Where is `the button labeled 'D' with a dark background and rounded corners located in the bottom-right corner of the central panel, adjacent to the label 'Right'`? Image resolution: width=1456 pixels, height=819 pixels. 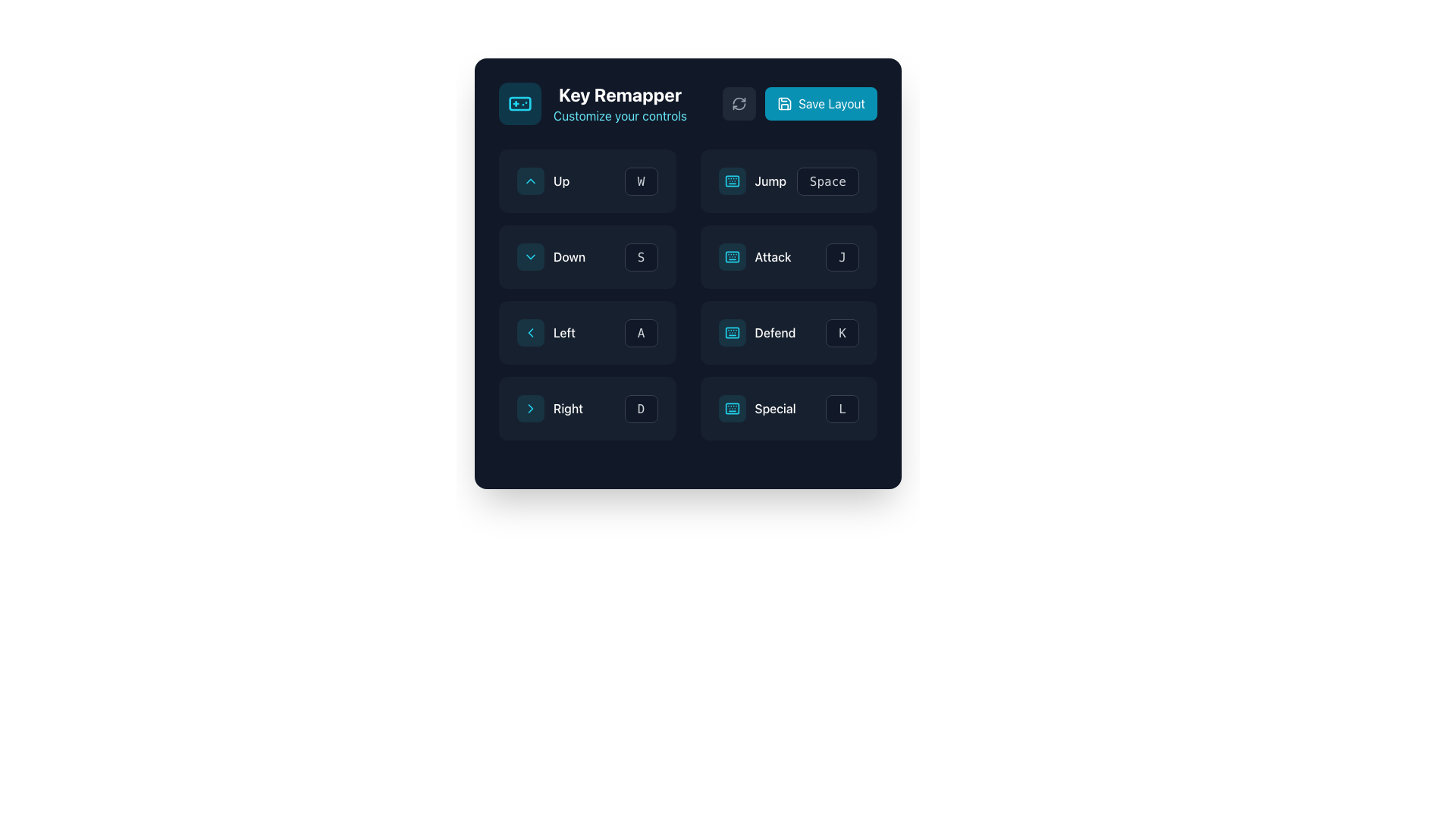 the button labeled 'D' with a dark background and rounded corners located in the bottom-right corner of the central panel, adjacent to the label 'Right' is located at coordinates (641, 408).